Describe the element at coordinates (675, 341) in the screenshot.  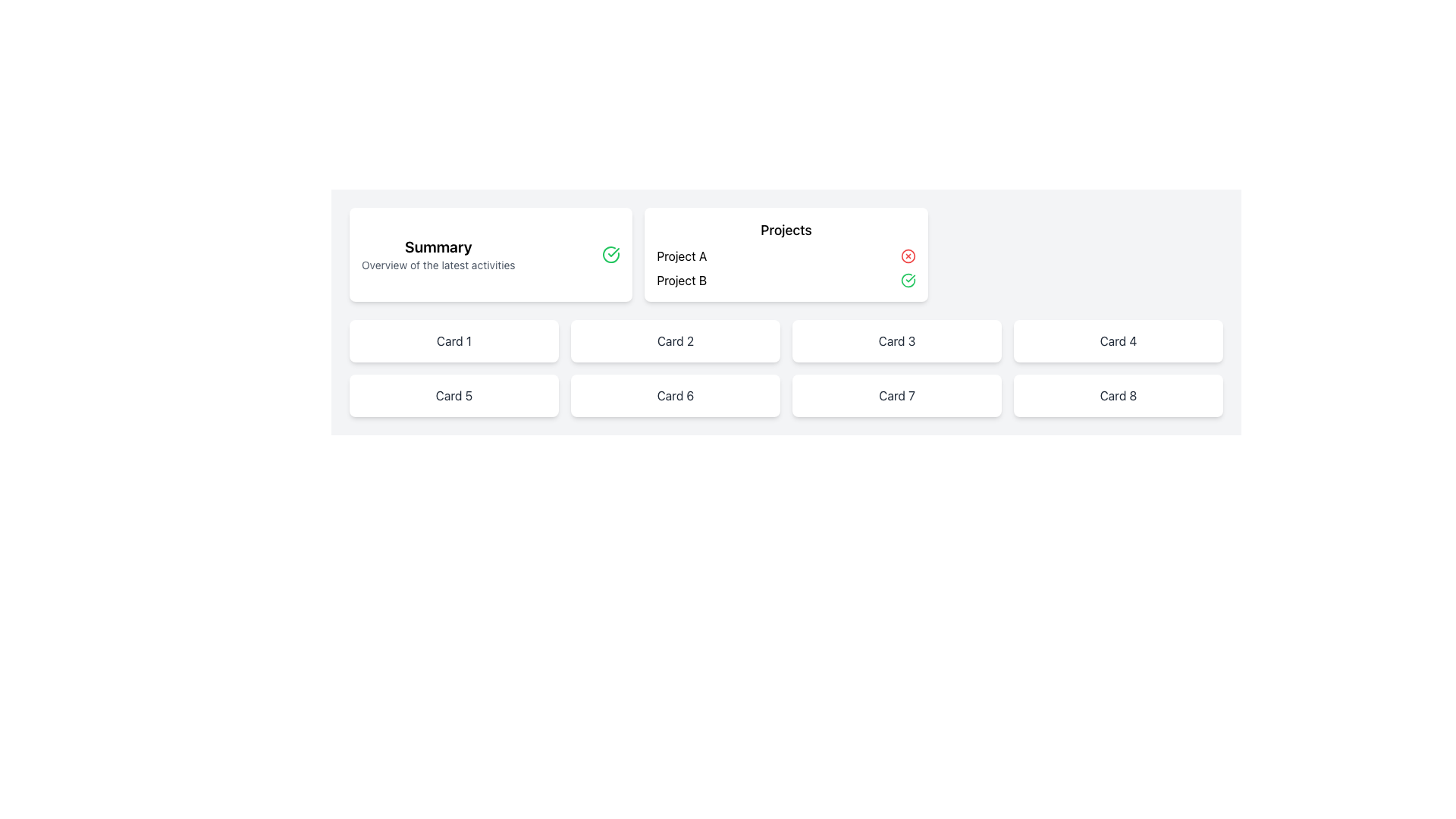
I see `the Text label that serves as a title or identifier for the card in the second column of the first row of the grid layout` at that location.